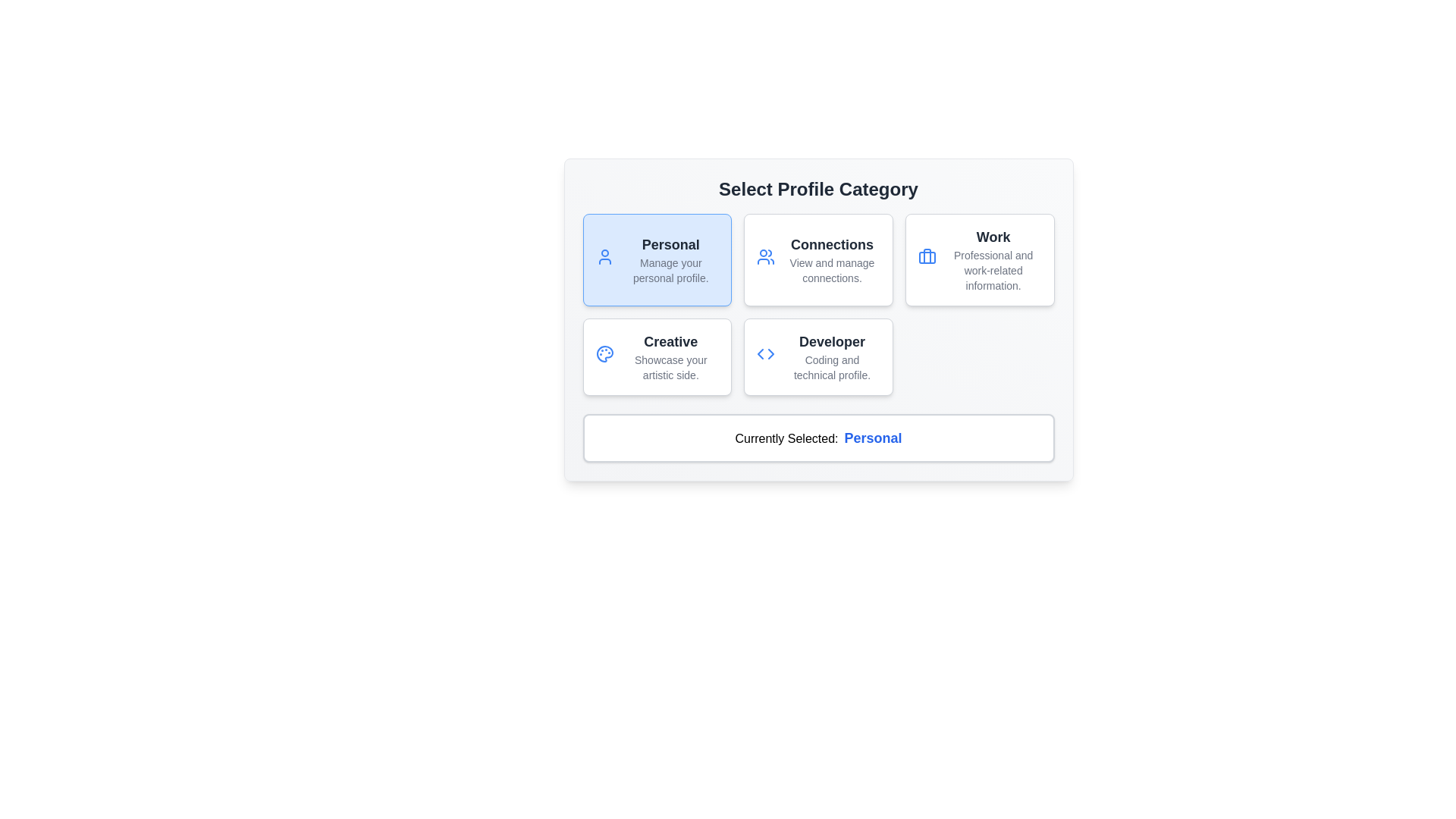  What do you see at coordinates (670, 259) in the screenshot?
I see `the blue-highlighted card displaying 'Personal' in bold black font` at bounding box center [670, 259].